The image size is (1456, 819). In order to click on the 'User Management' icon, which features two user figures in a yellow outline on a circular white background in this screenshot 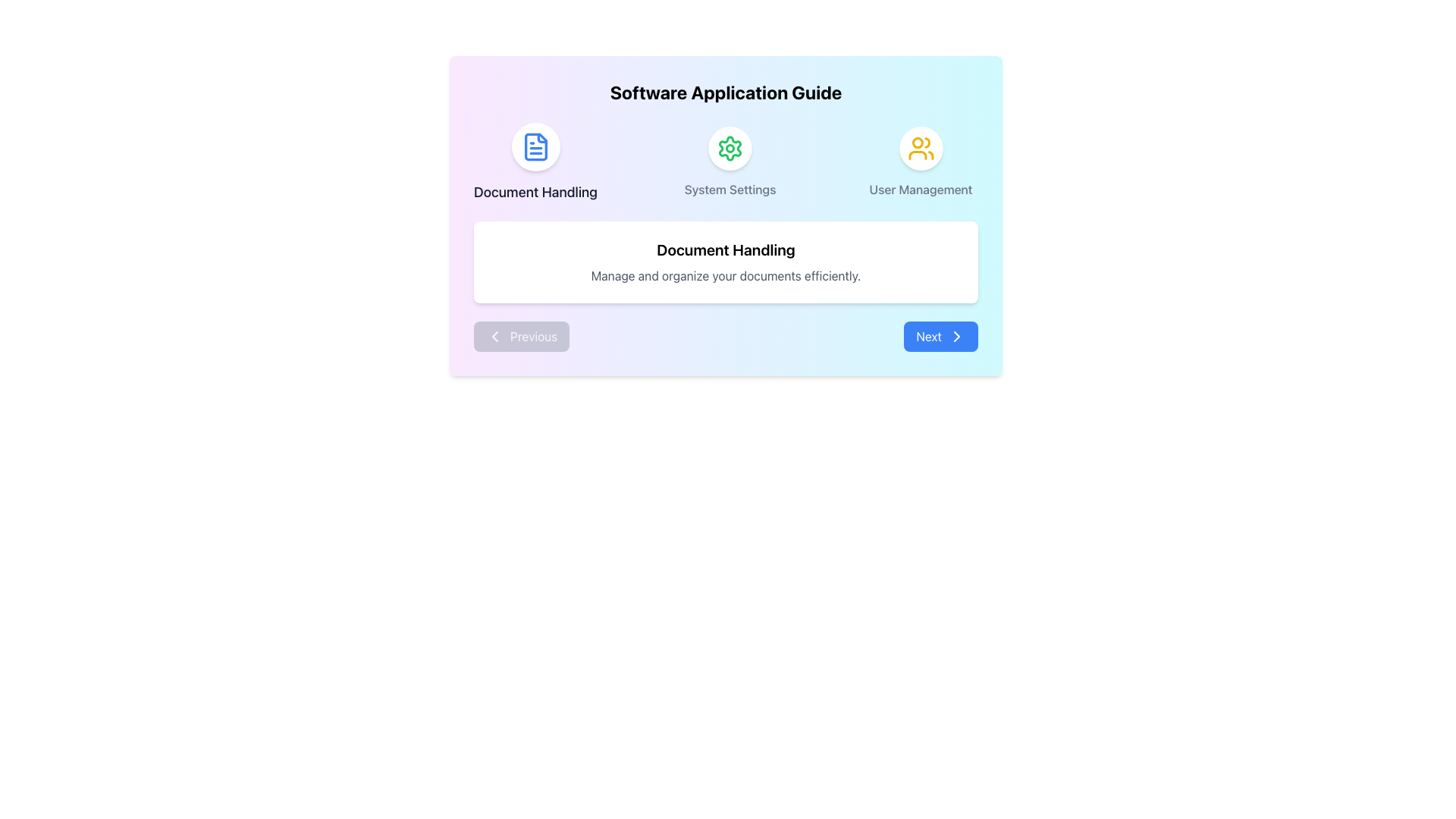, I will do `click(920, 149)`.